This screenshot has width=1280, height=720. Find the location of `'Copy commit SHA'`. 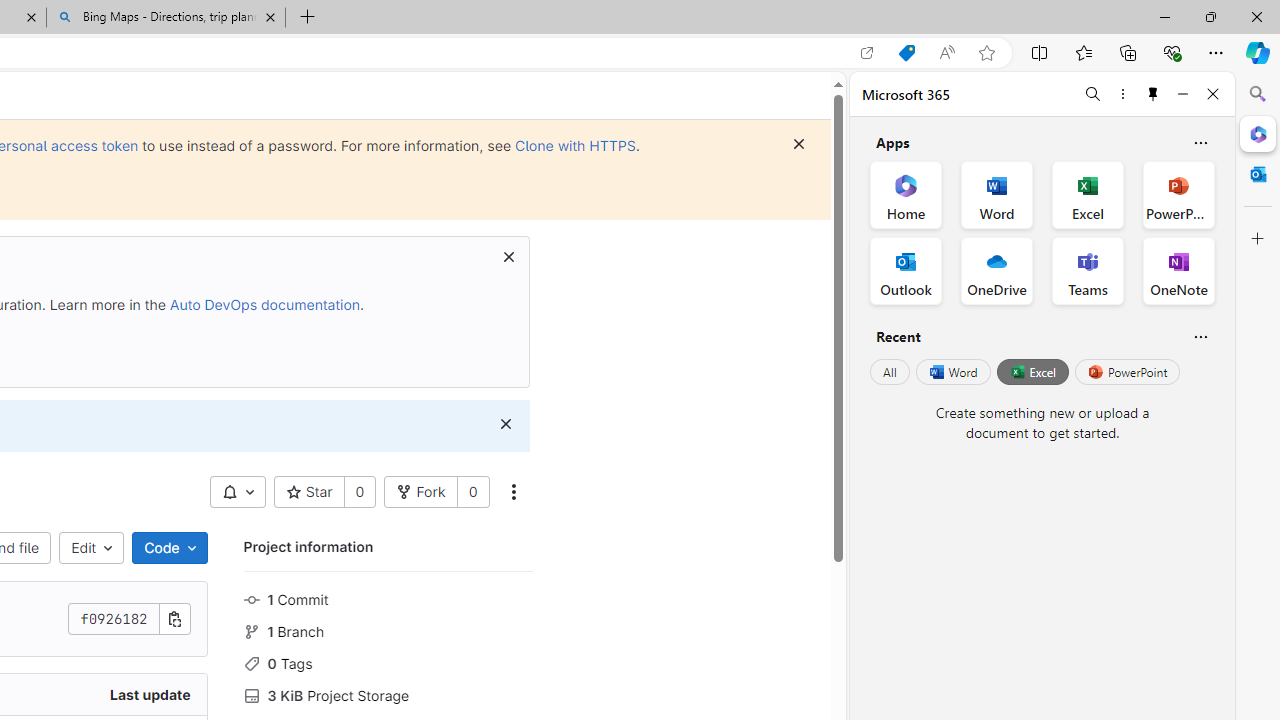

'Copy commit SHA' is located at coordinates (174, 618).